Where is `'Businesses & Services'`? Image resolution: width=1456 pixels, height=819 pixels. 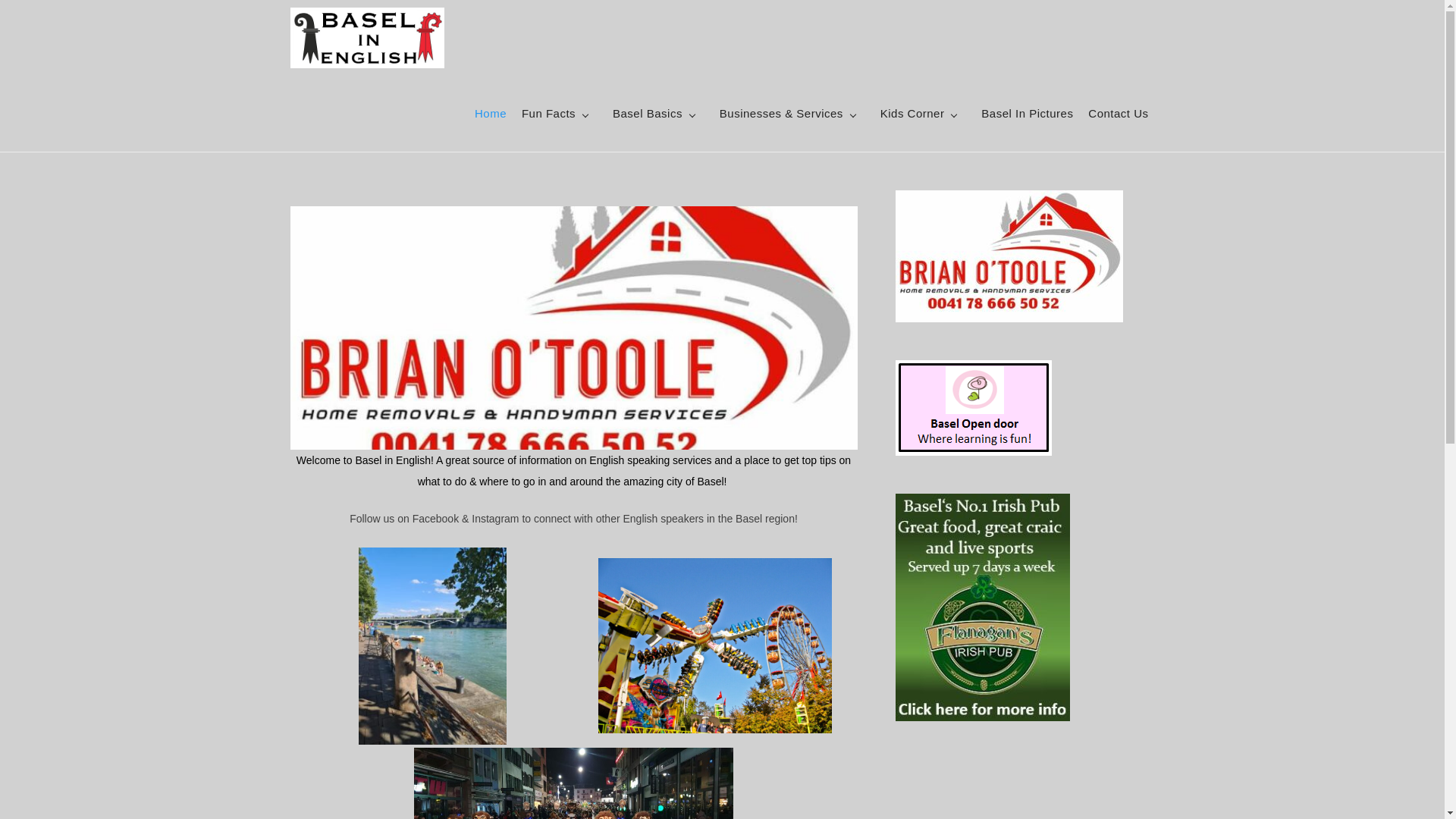
'Businesses & Services' is located at coordinates (712, 113).